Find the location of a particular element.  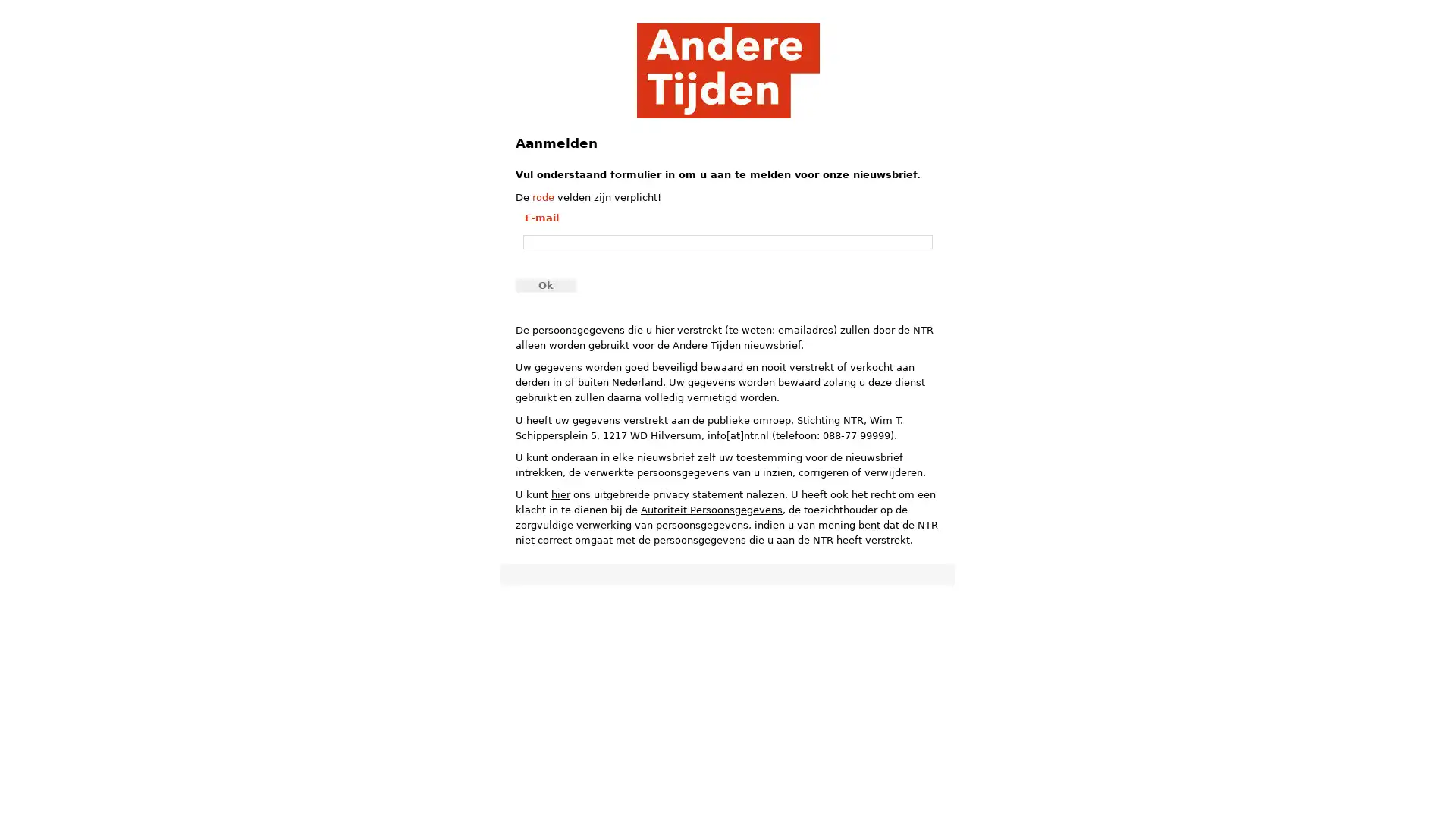

Ok is located at coordinates (546, 285).